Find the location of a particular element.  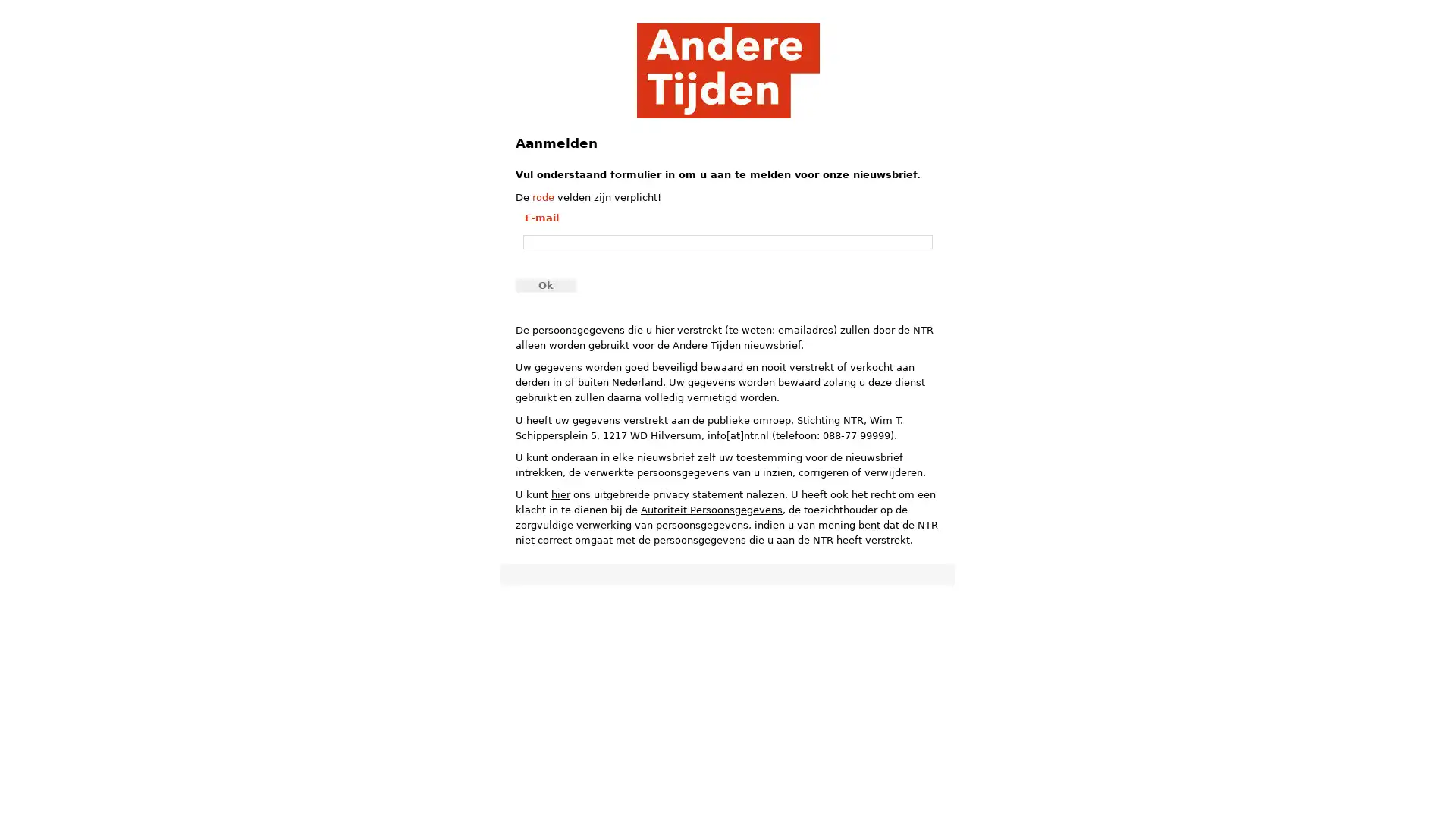

Ok is located at coordinates (546, 285).